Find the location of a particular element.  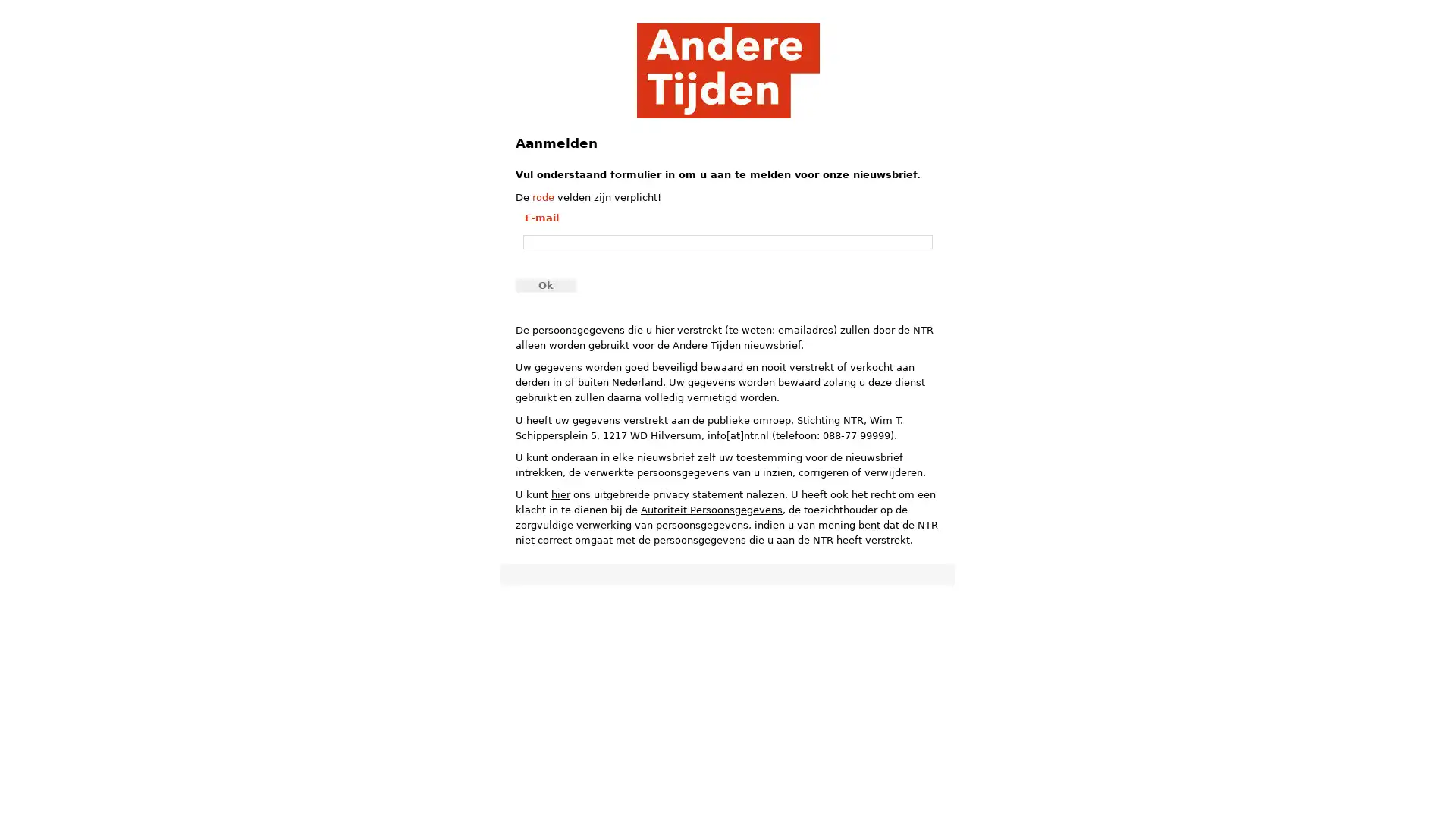

Ok is located at coordinates (546, 285).